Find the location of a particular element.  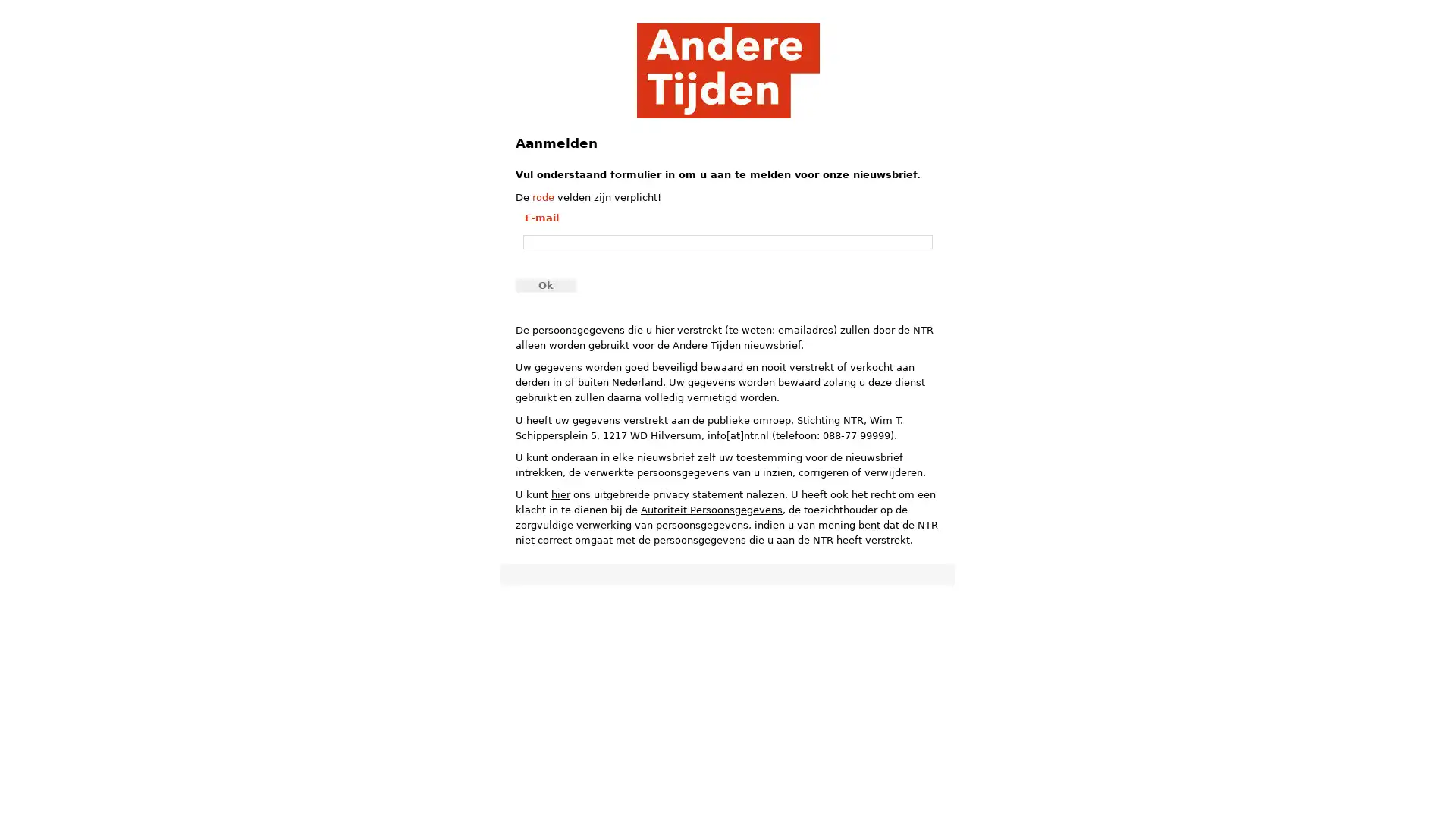

Ok is located at coordinates (546, 285).